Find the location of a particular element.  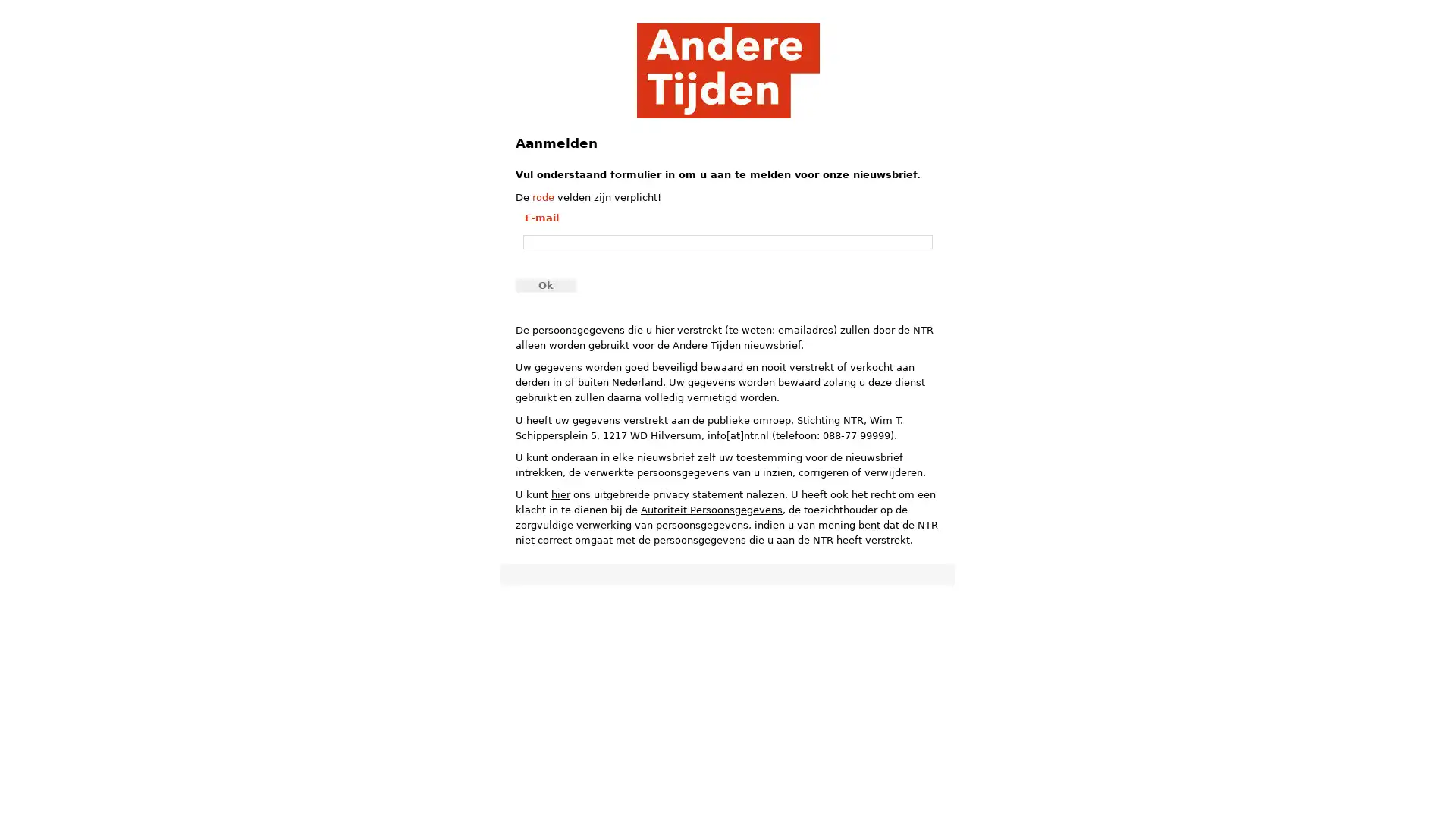

Ok is located at coordinates (546, 285).